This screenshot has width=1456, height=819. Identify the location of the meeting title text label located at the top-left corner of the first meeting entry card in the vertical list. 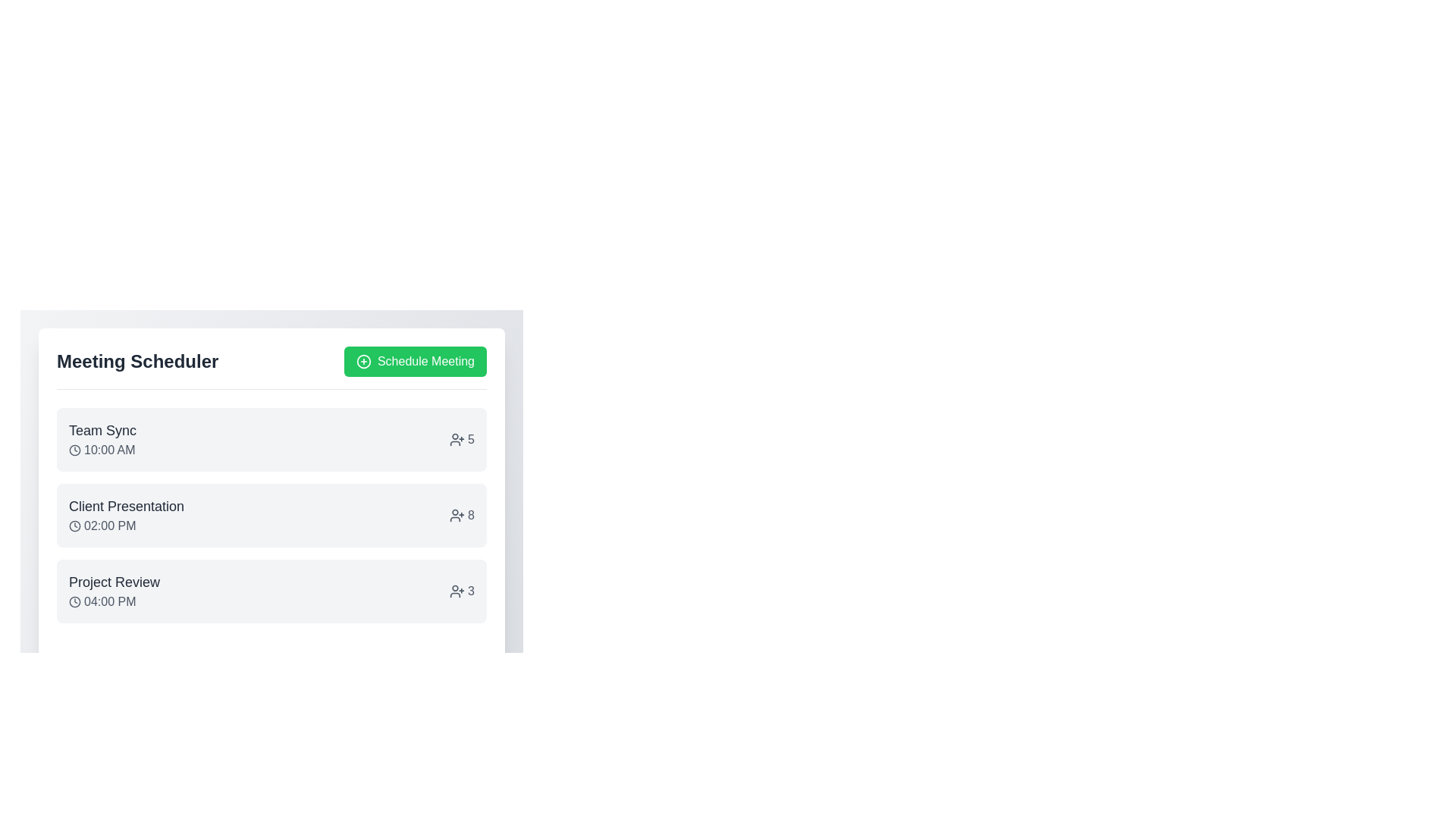
(102, 430).